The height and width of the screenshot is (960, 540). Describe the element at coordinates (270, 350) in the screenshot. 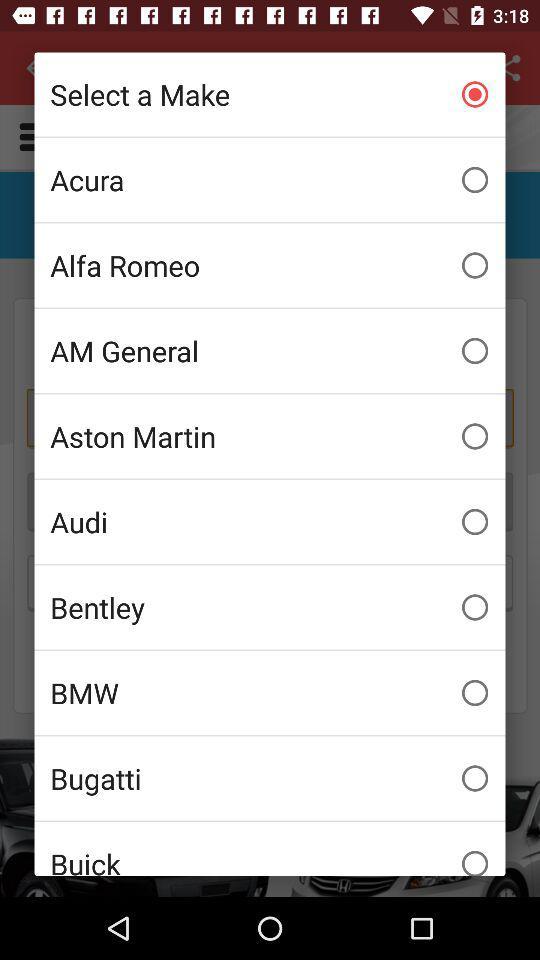

I see `the am general item` at that location.